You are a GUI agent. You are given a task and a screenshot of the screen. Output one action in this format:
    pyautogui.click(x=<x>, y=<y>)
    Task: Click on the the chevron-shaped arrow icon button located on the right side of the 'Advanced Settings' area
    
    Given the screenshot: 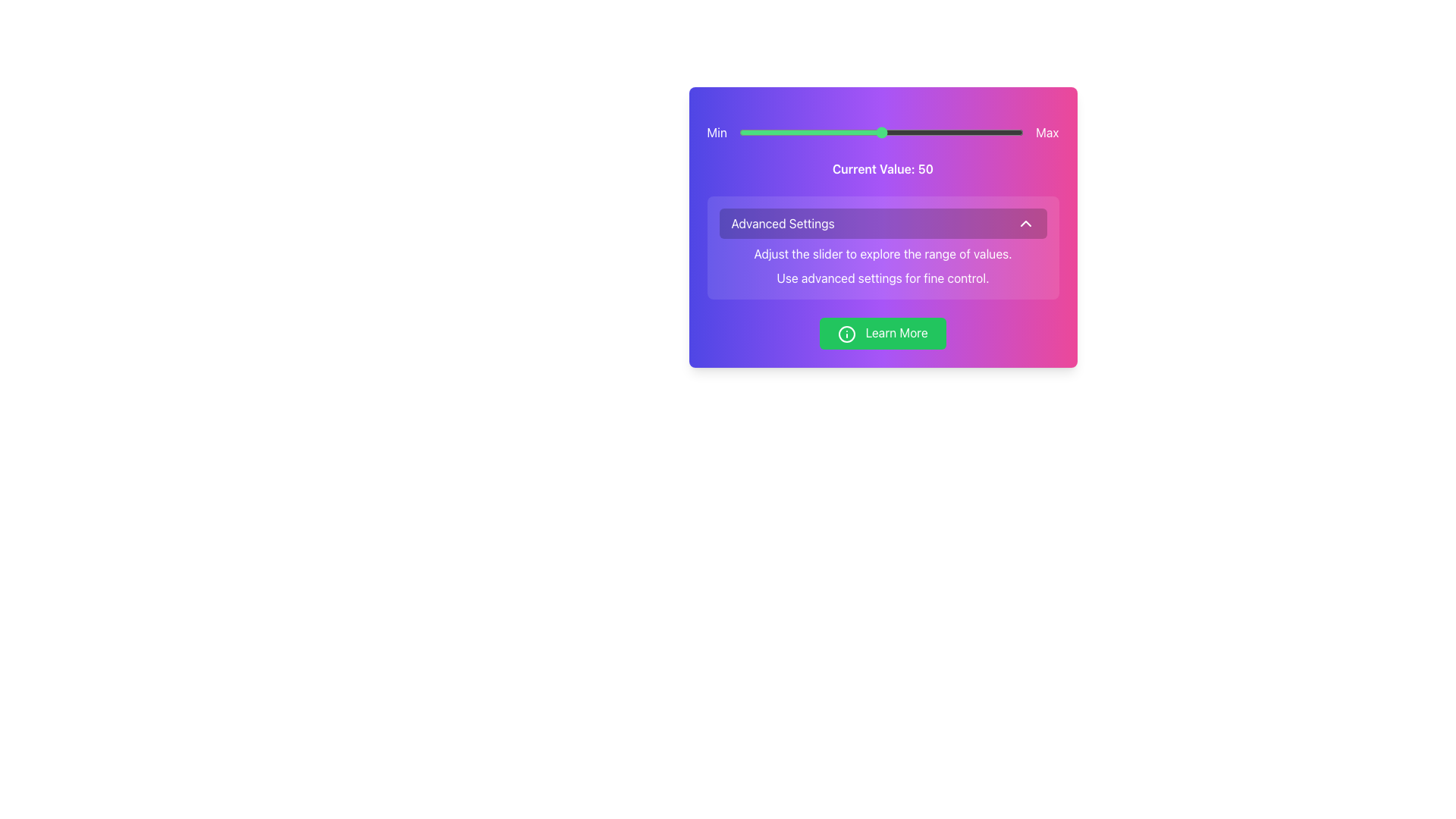 What is the action you would take?
    pyautogui.click(x=1025, y=223)
    